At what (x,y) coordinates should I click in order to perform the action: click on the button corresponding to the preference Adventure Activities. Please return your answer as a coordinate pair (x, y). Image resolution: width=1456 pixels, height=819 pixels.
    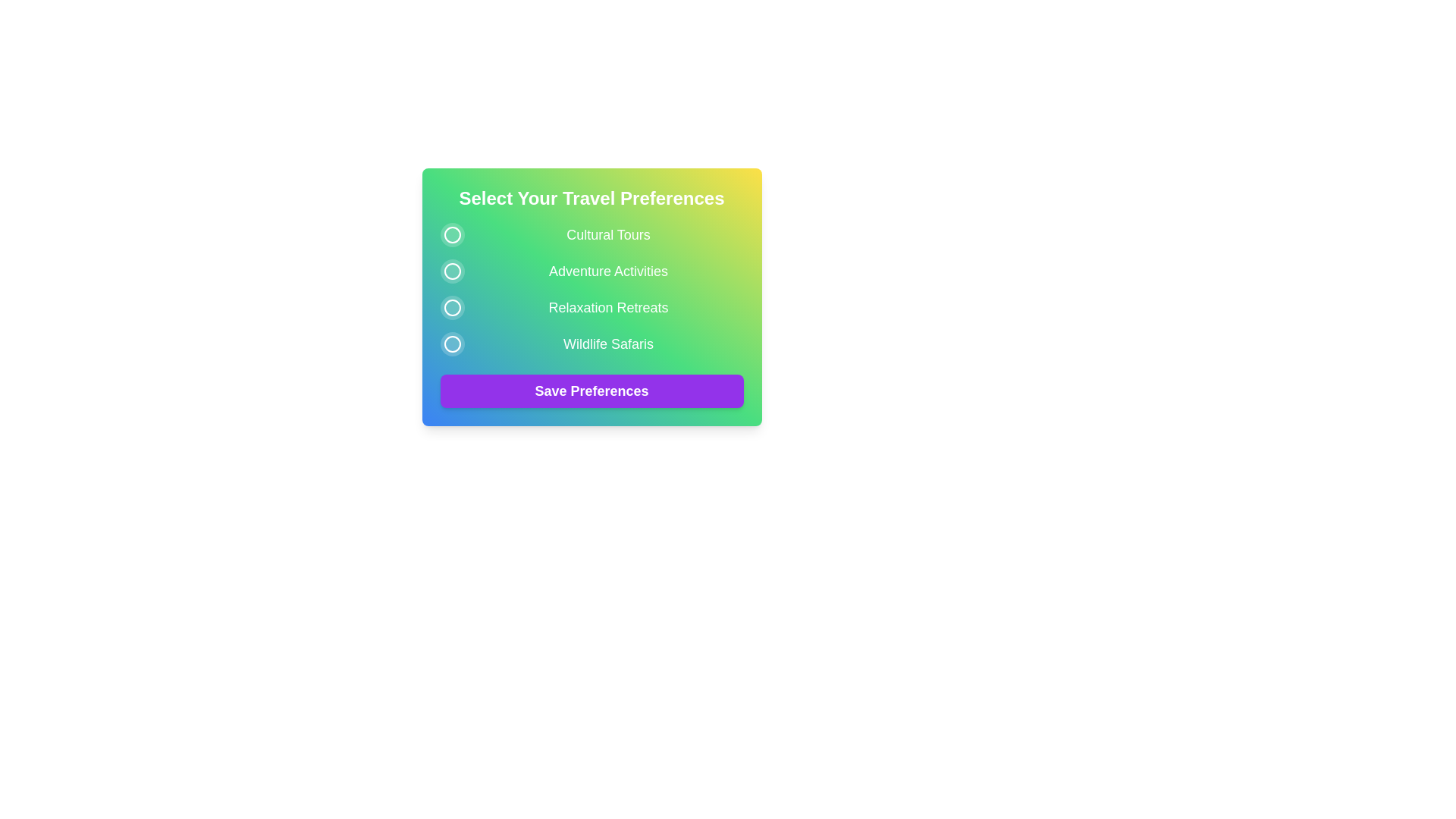
    Looking at the image, I should click on (451, 271).